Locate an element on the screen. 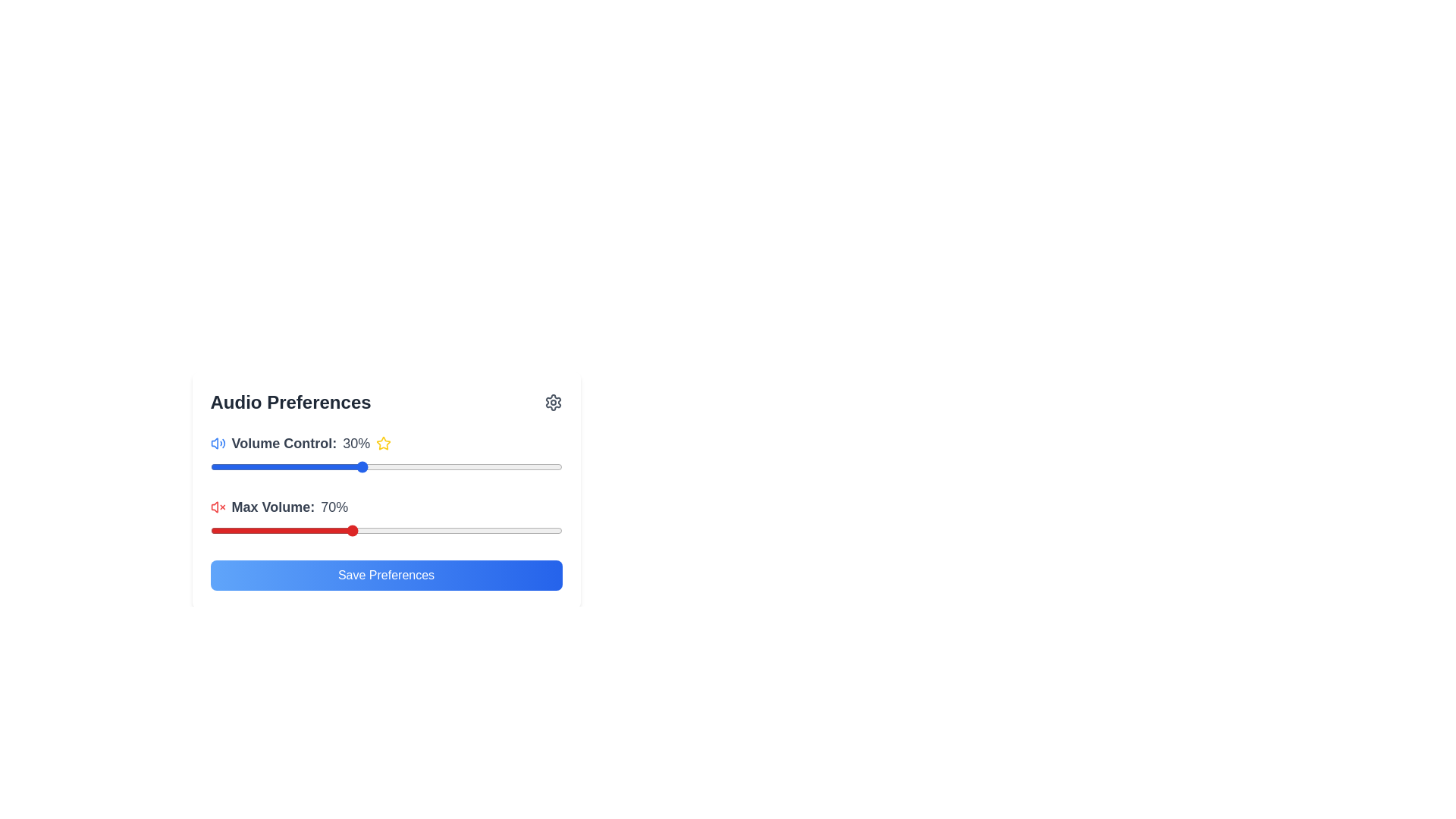 This screenshot has width=1456, height=819. max volume is located at coordinates (519, 529).